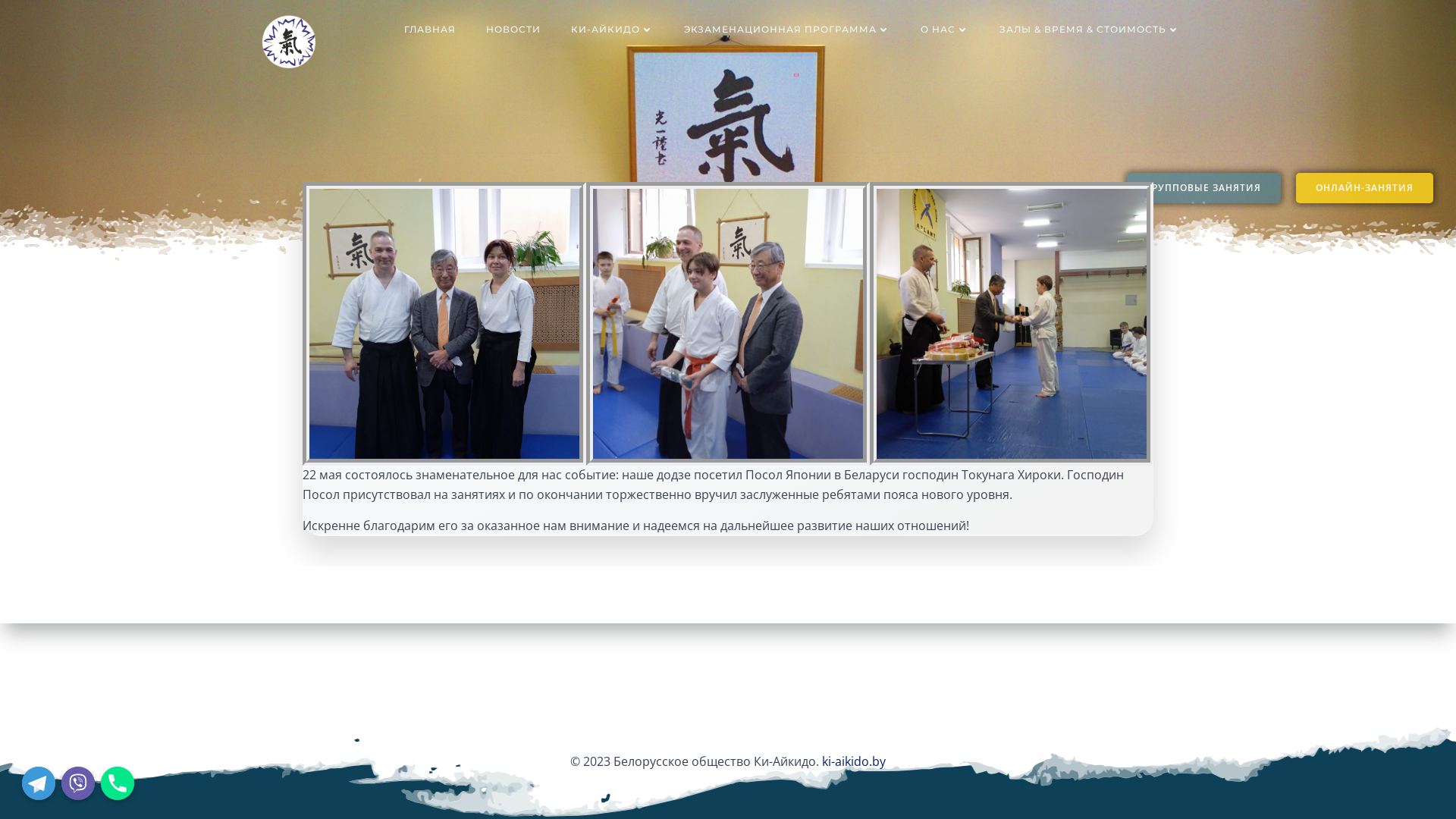 The height and width of the screenshot is (819, 1456). Describe the element at coordinates (854, 761) in the screenshot. I see `'ki-aikido.by'` at that location.